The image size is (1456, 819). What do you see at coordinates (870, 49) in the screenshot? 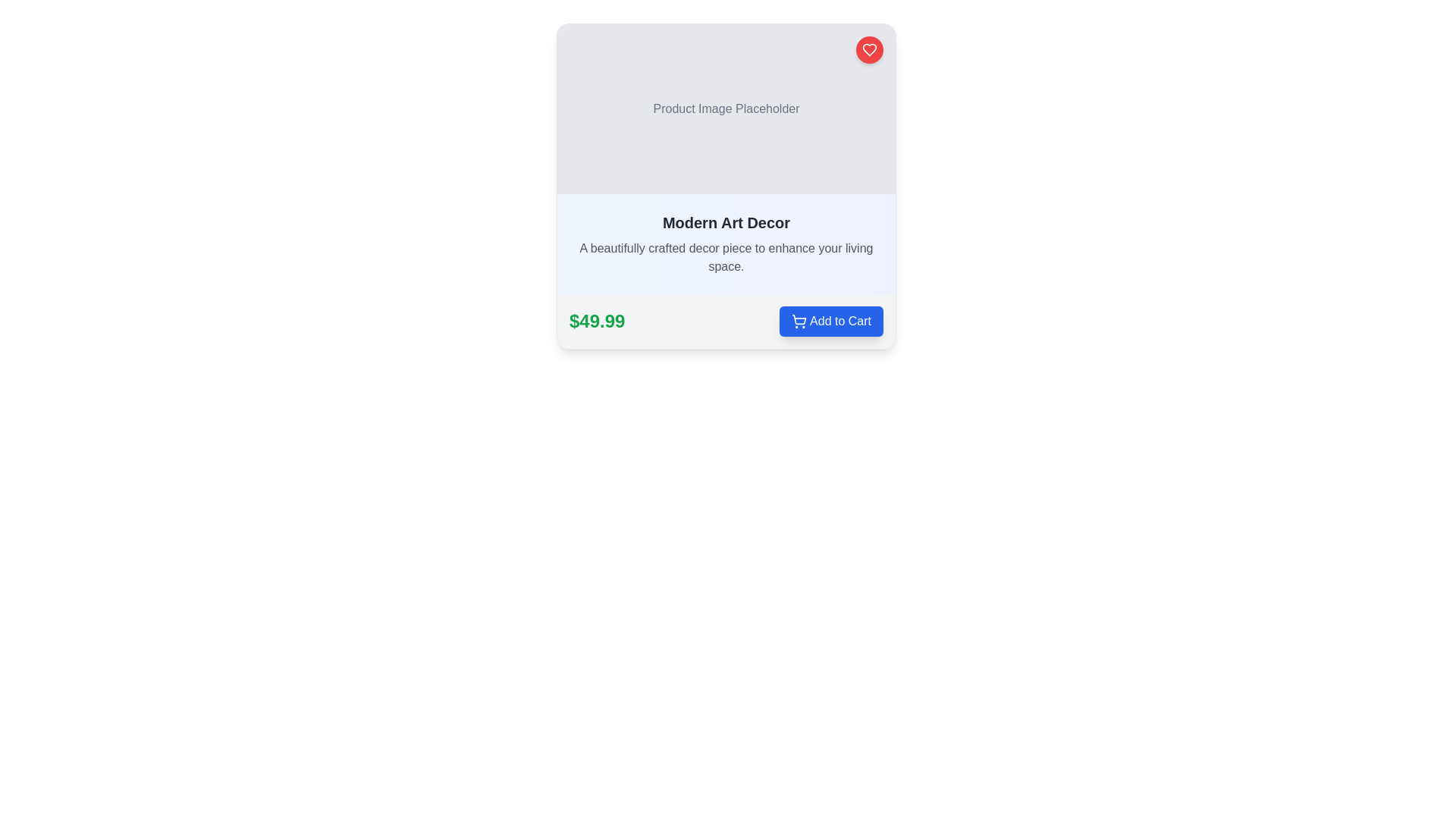
I see `the heart icon located in the top-right corner of the visual card` at bounding box center [870, 49].